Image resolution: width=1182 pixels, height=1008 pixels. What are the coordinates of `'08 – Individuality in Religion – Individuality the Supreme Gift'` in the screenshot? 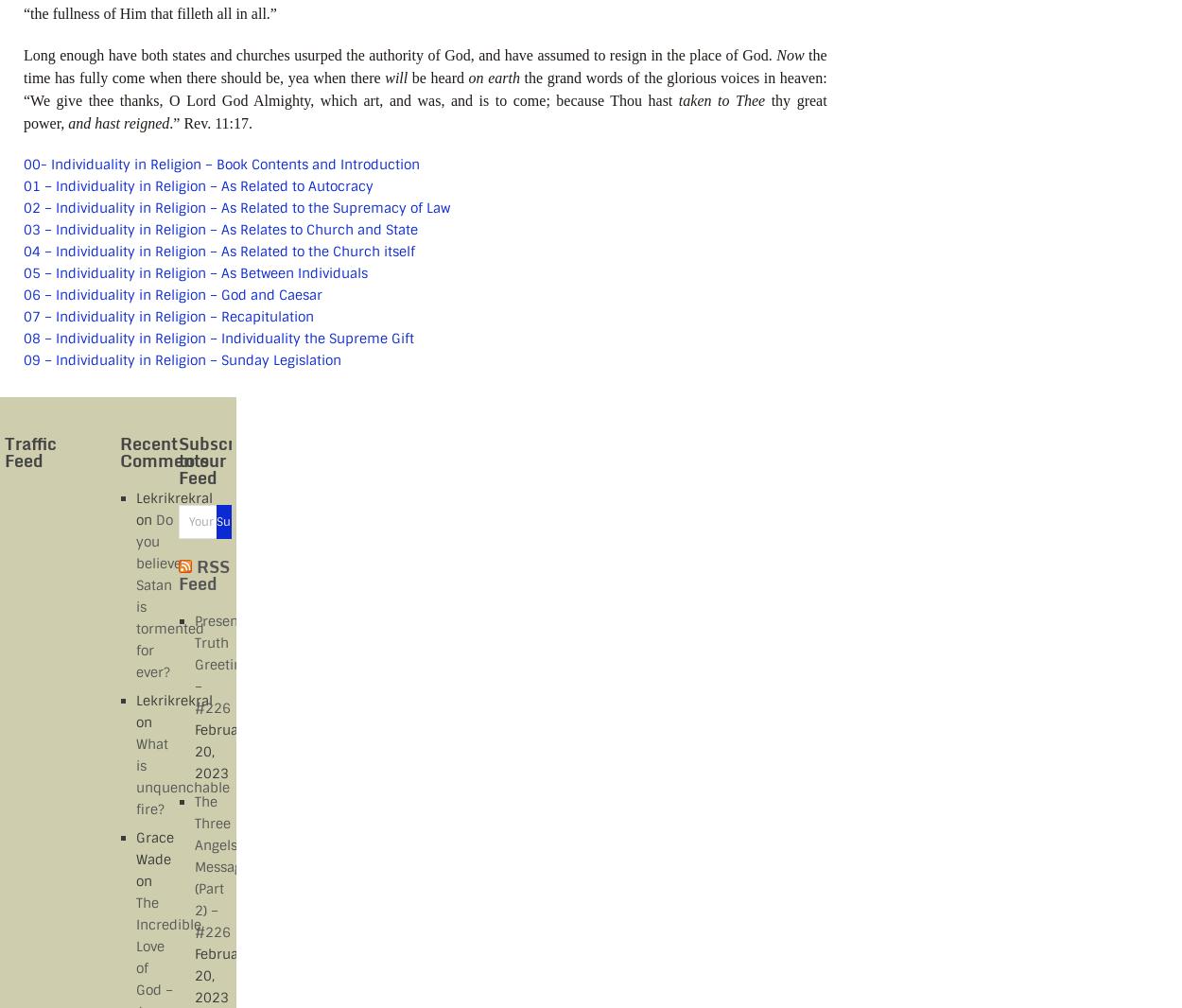 It's located at (217, 338).